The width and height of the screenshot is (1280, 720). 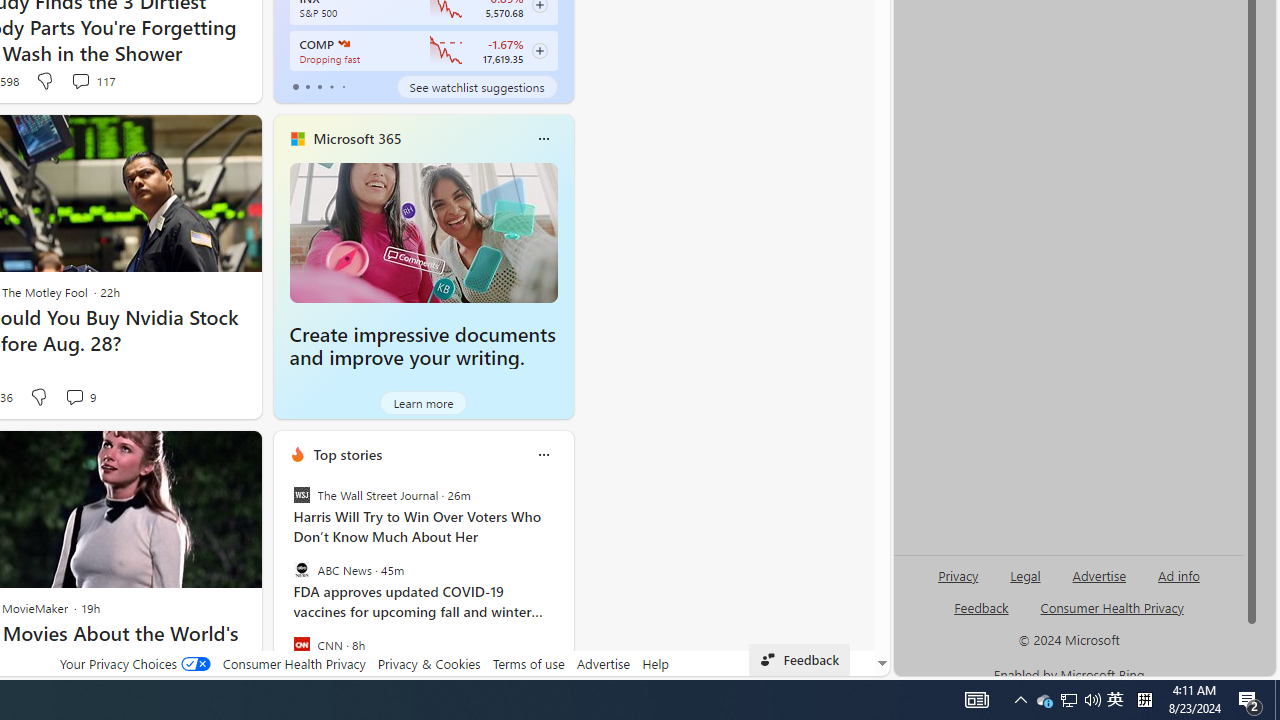 What do you see at coordinates (539, 50) in the screenshot?
I see `'Class: follow-button  m'` at bounding box center [539, 50].